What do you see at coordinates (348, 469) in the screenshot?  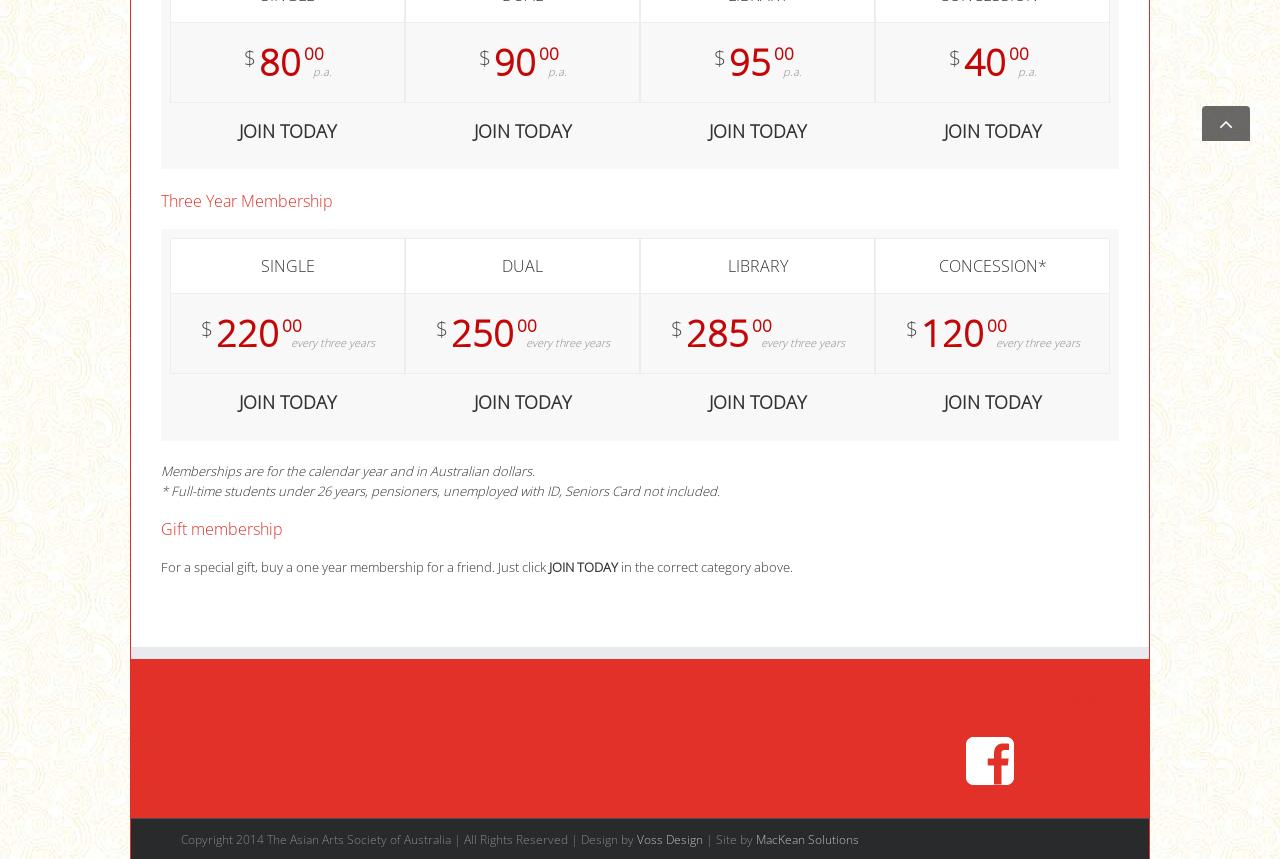 I see `'Memberships are for the calendar year and in Australian dollars.'` at bounding box center [348, 469].